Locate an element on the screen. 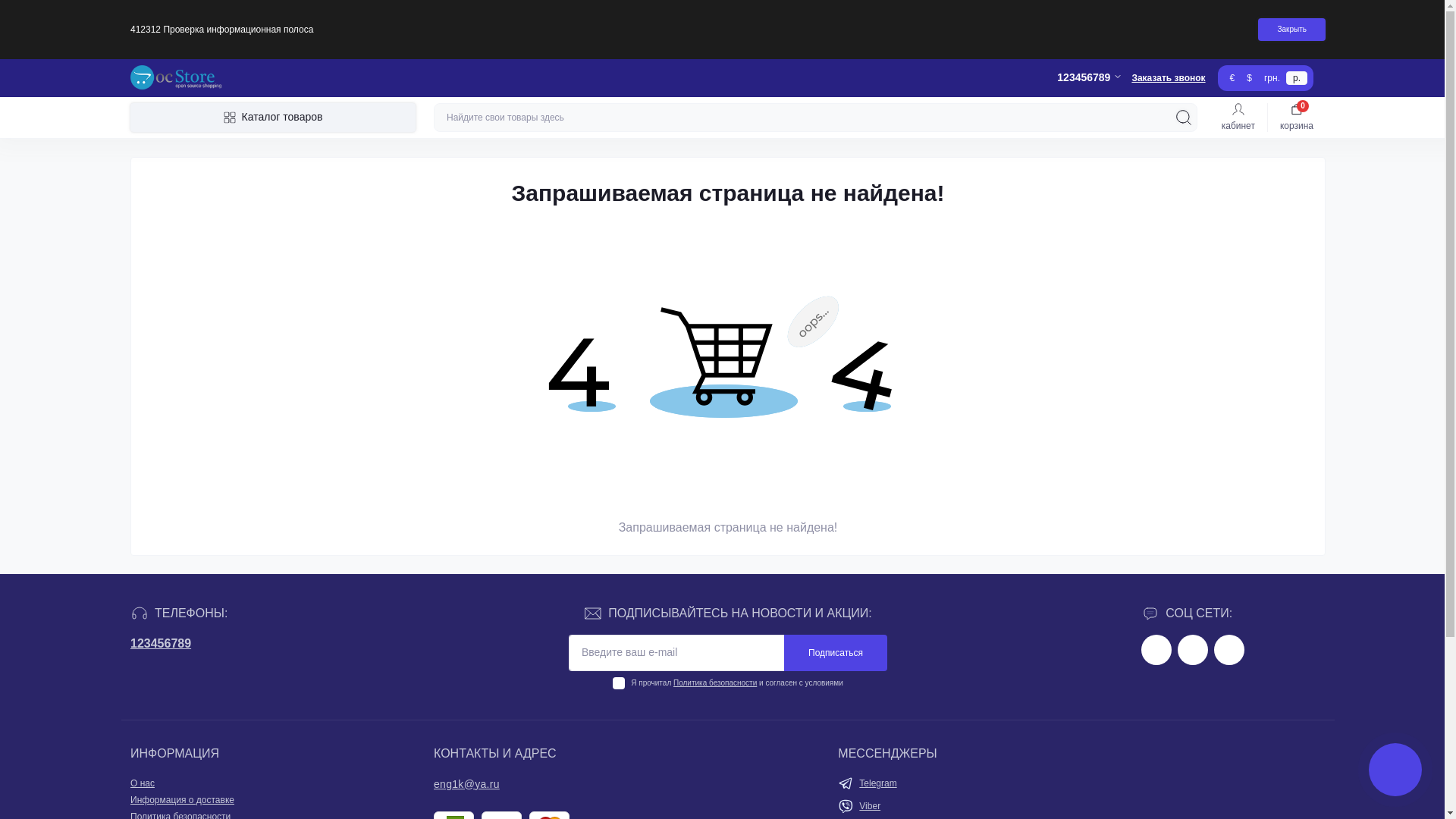 Image resolution: width=1456 pixels, height=819 pixels. 'Viber' is located at coordinates (870, 805).